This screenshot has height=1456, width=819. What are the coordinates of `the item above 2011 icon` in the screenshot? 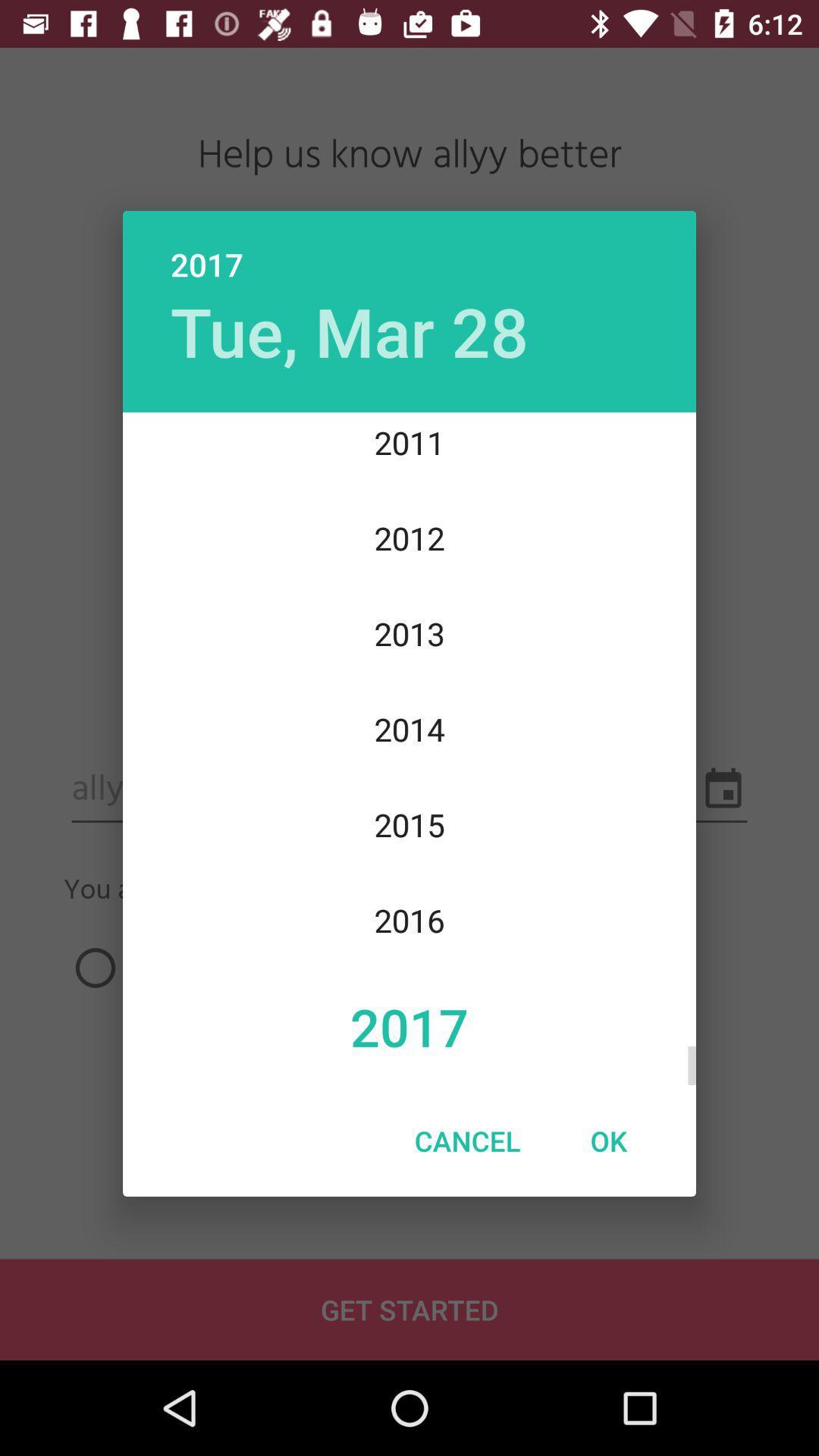 It's located at (350, 330).